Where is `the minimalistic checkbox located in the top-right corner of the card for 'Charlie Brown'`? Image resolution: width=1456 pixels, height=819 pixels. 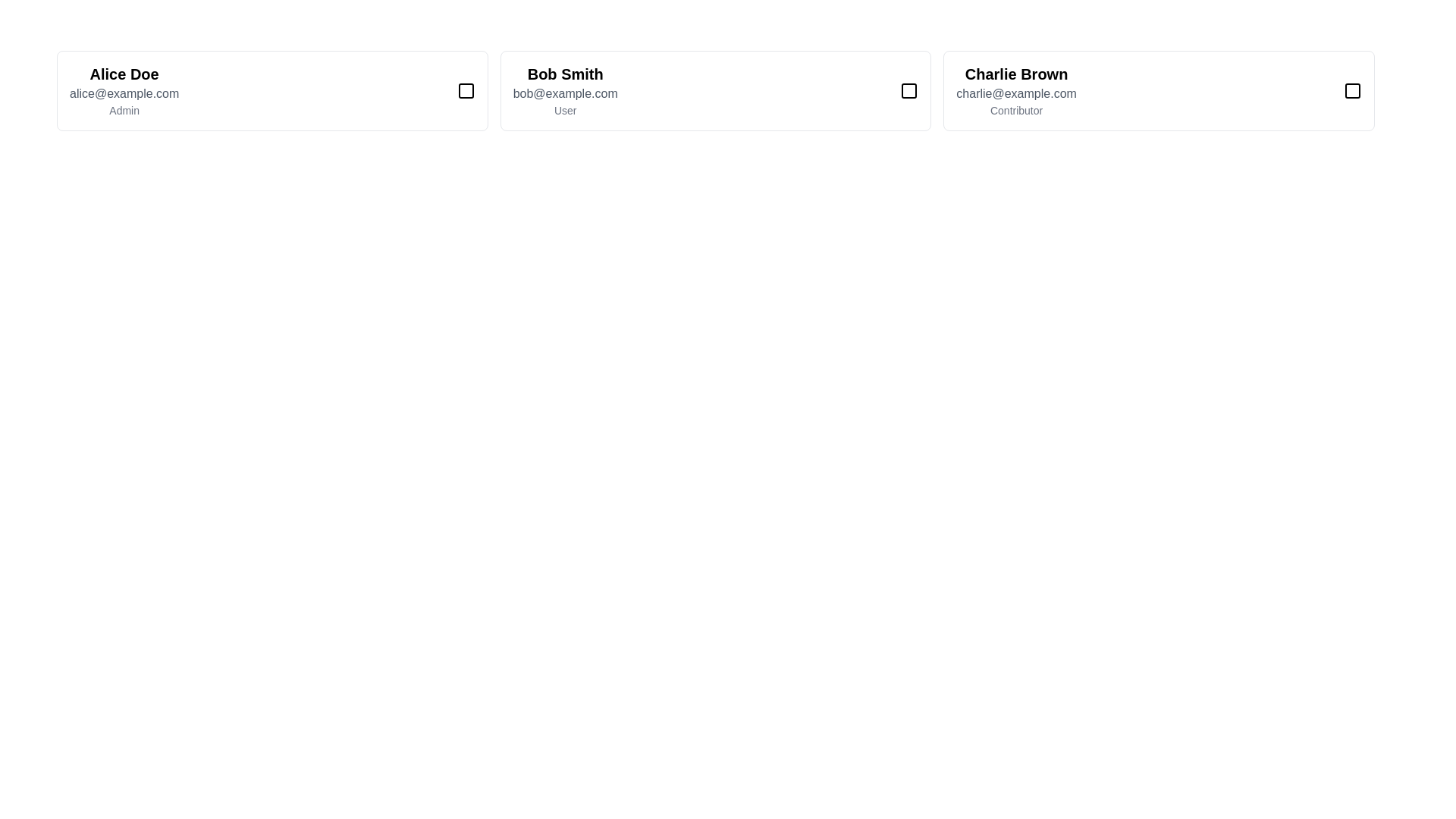 the minimalistic checkbox located in the top-right corner of the card for 'Charlie Brown' is located at coordinates (1353, 90).